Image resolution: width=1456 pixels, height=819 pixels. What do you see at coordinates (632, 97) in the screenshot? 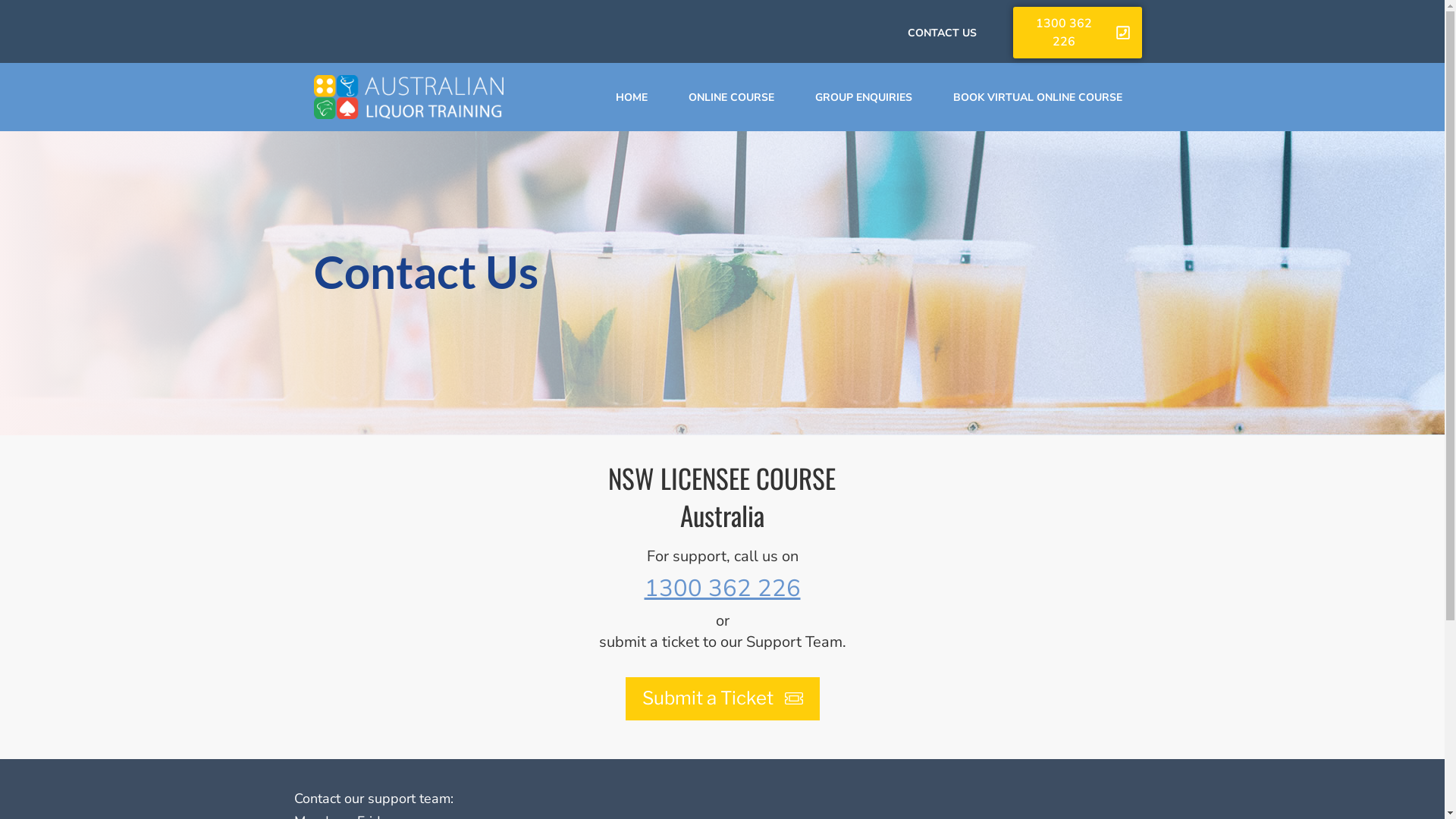
I see `'HOME'` at bounding box center [632, 97].